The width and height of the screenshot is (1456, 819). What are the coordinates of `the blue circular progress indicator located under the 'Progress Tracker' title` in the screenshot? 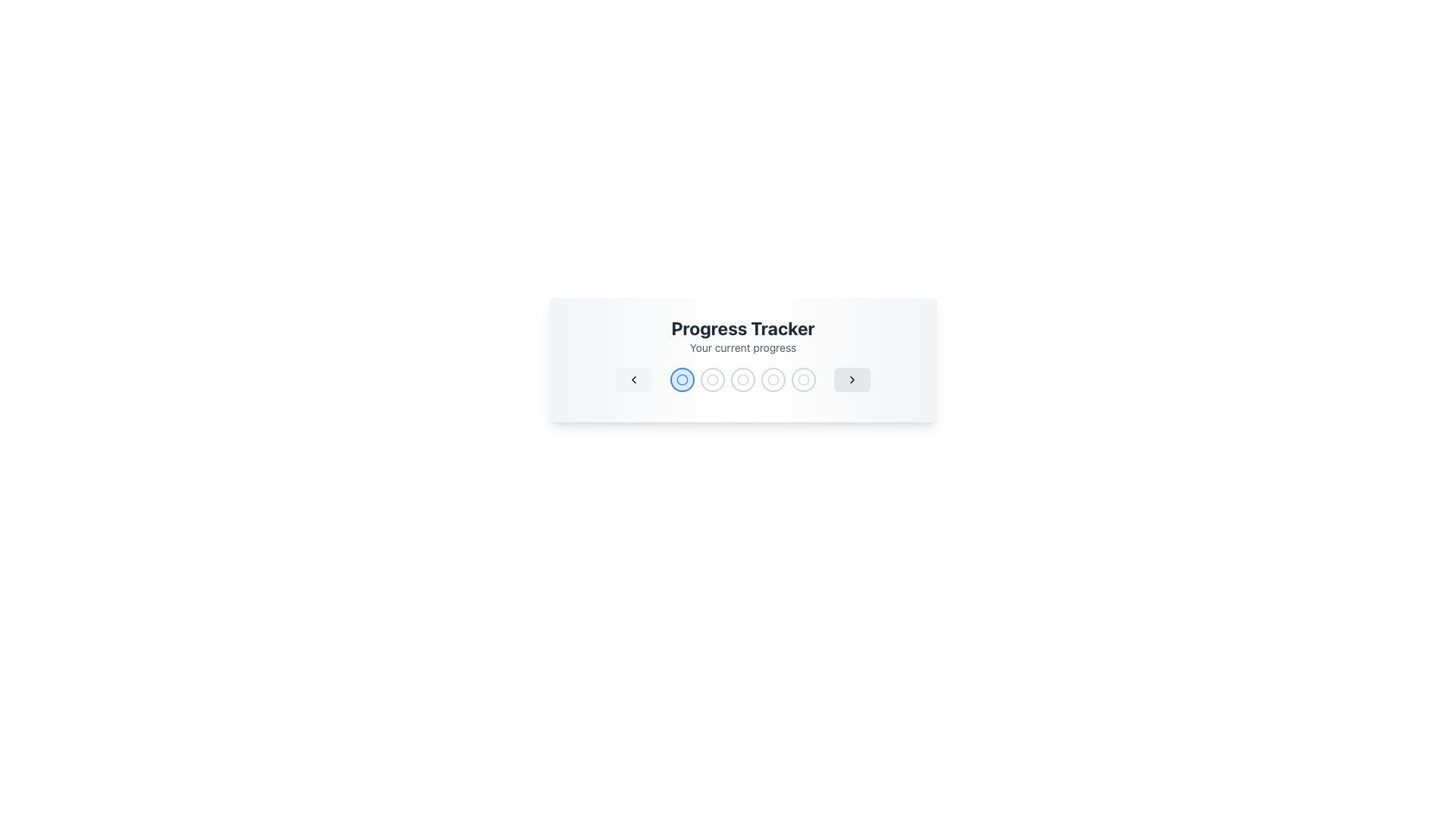 It's located at (682, 379).